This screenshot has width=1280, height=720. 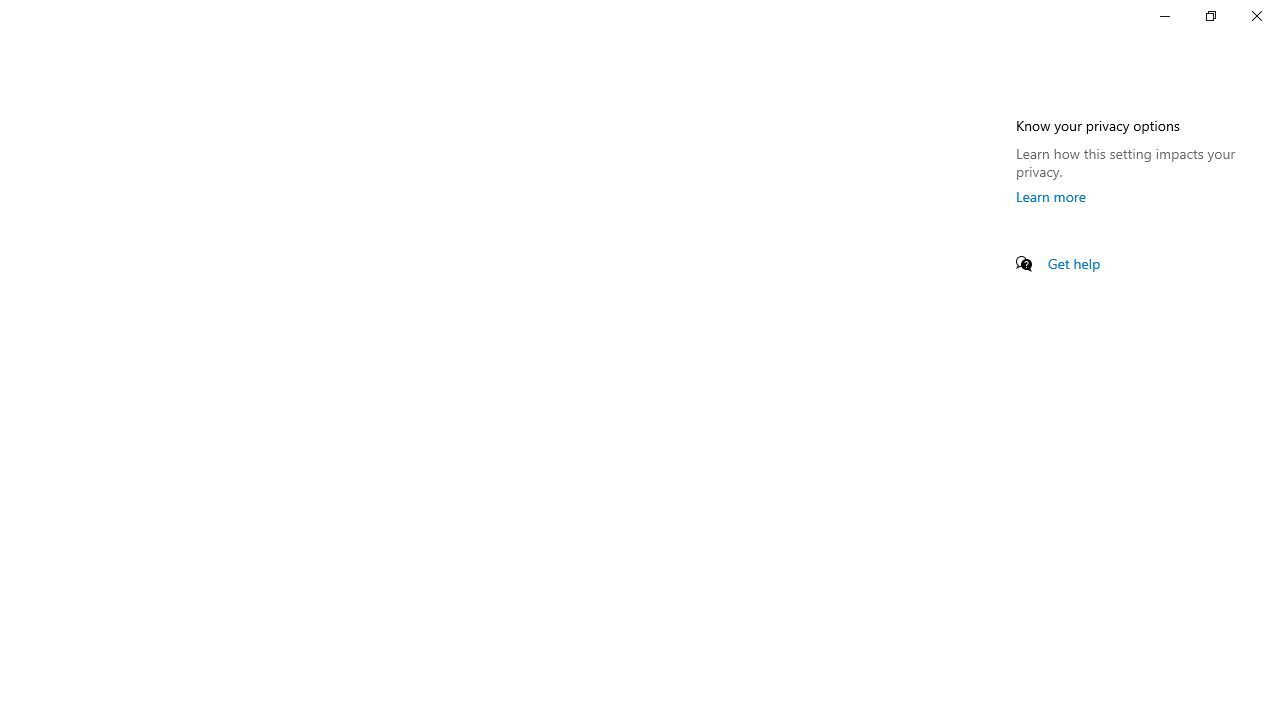 I want to click on 'Close Settings', so click(x=1255, y=15).